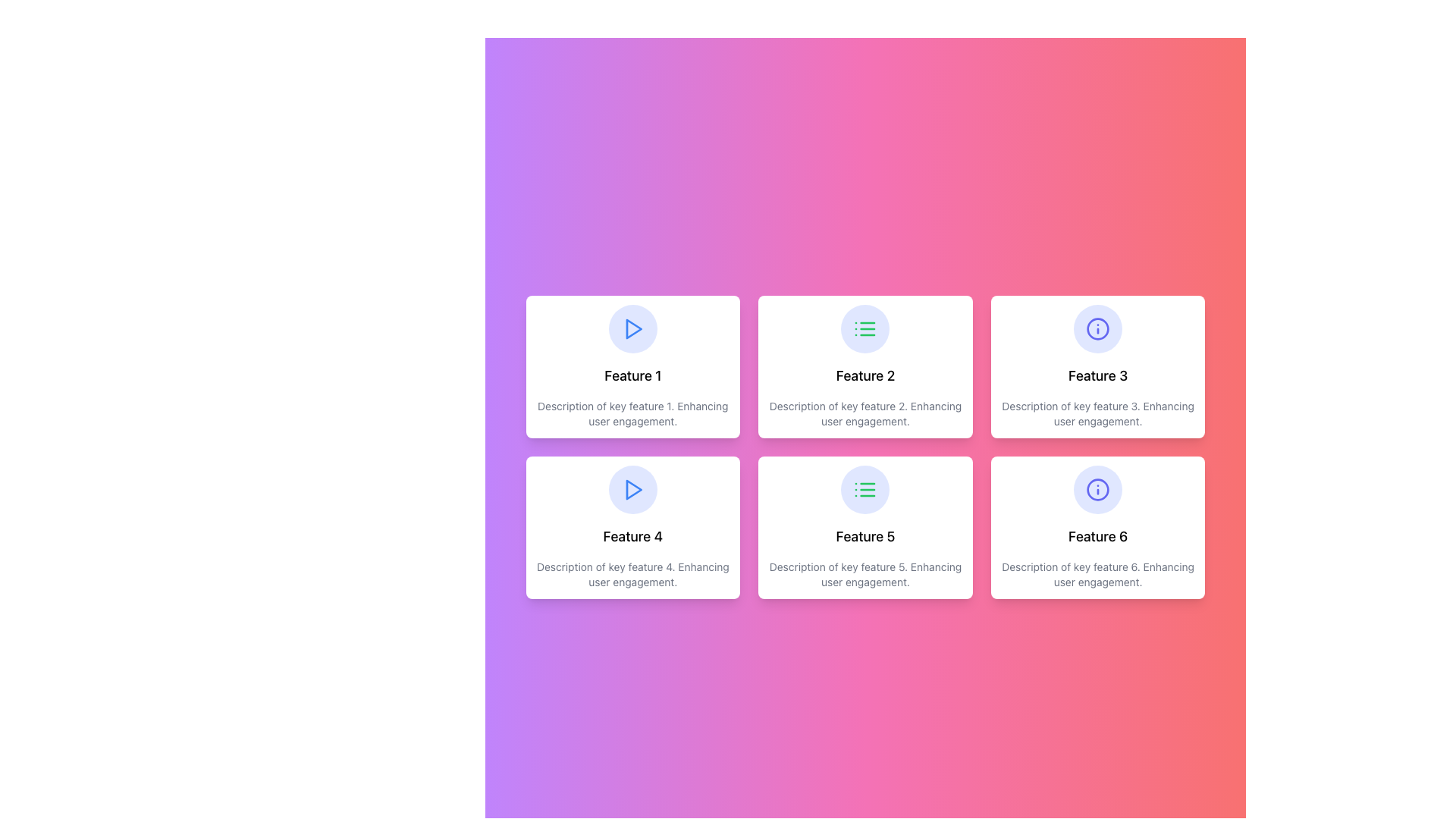 This screenshot has width=1456, height=819. What do you see at coordinates (865, 489) in the screenshot?
I see `the circular icon with a light indigo background and a green list-like graphic located at the top-center area of the 'Feature 5' card` at bounding box center [865, 489].